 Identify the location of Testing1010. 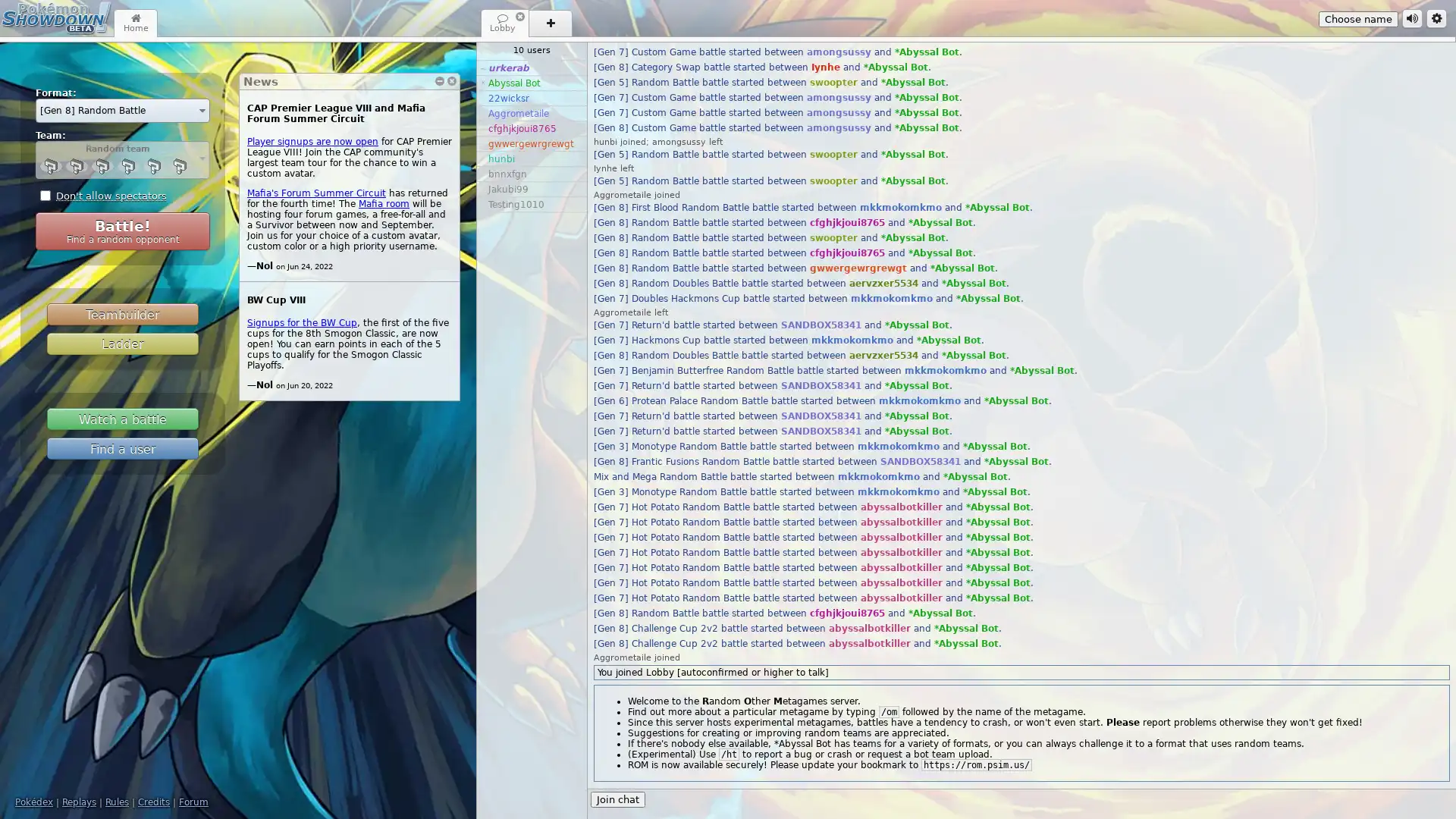
(532, 203).